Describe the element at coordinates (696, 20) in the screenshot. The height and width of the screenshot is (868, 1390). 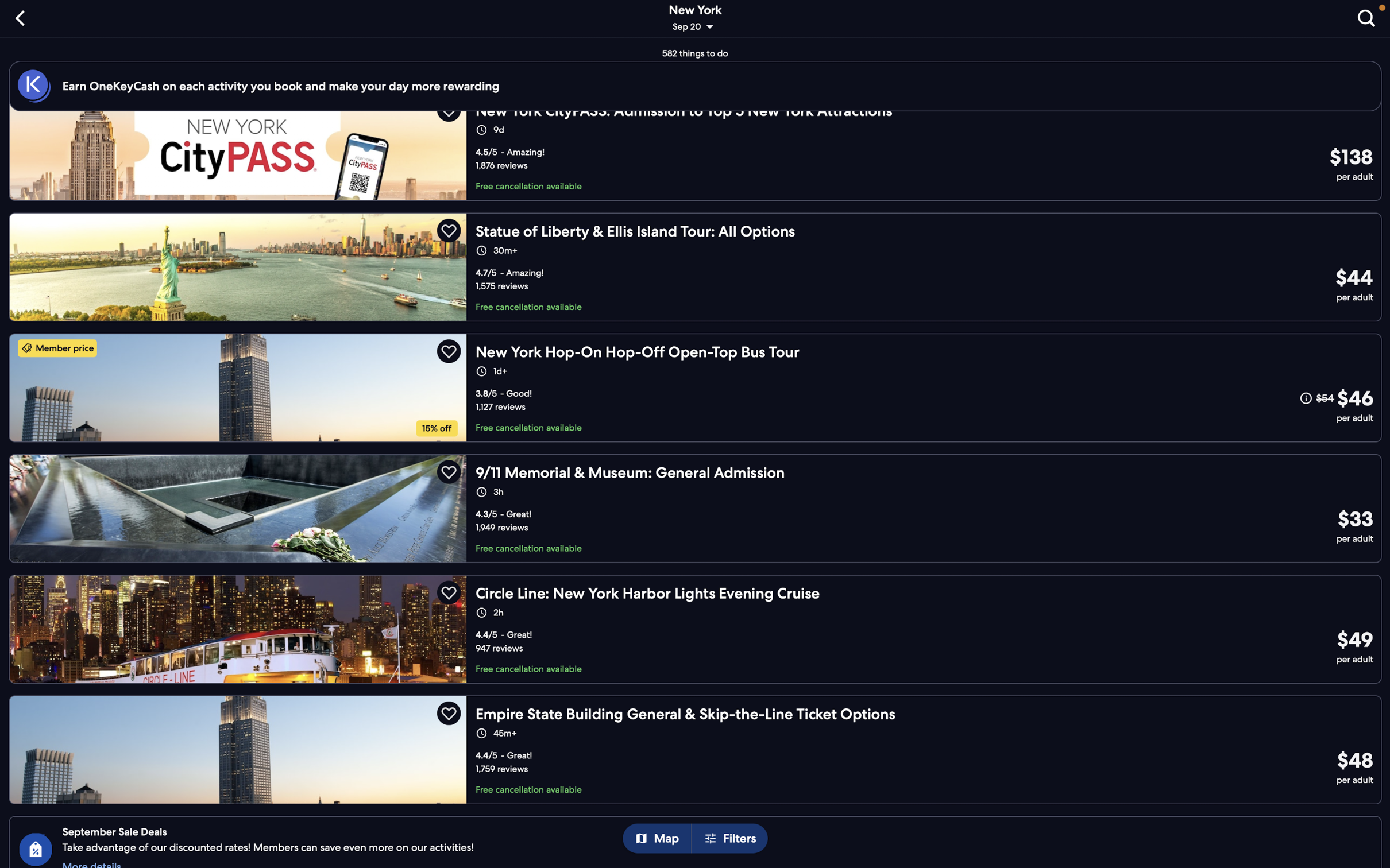
I see `the "change date or location" option to update the plan for your tour` at that location.